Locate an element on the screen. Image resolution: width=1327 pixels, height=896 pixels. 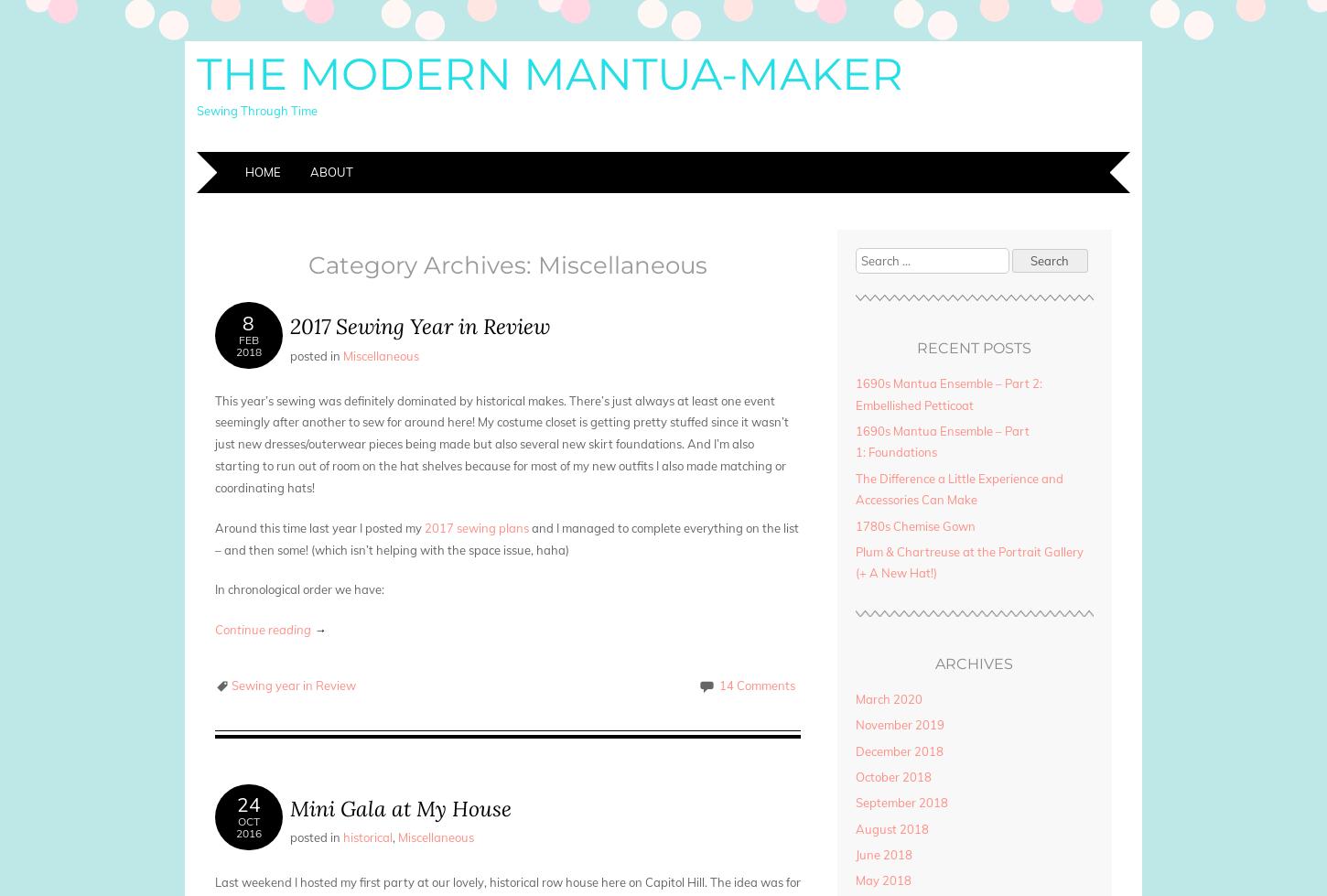
'Category Archives:' is located at coordinates (422, 264).